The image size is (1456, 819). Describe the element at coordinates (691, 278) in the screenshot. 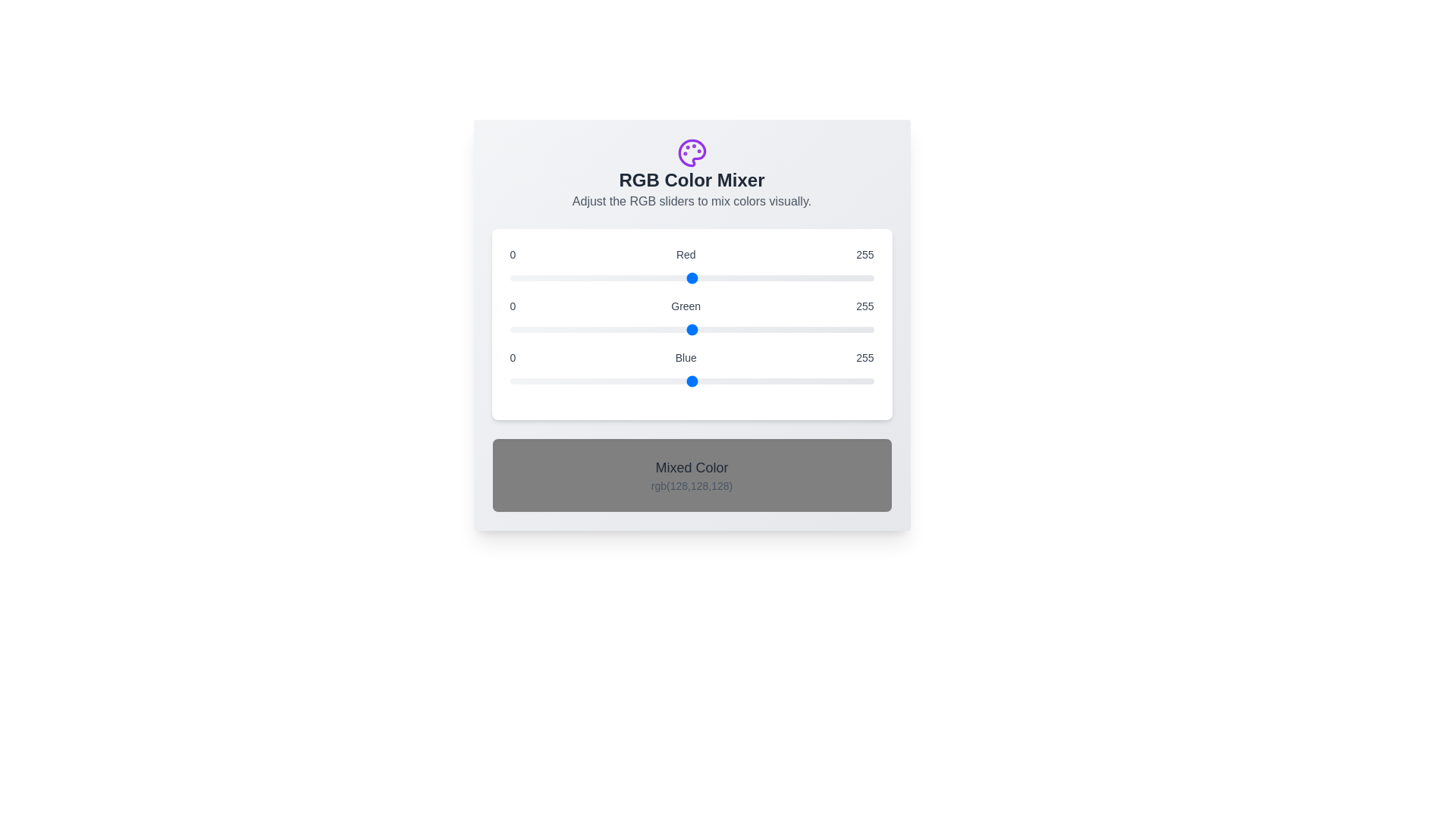

I see `the 0 slider to the value 146 to observe the resulting mixed color` at that location.